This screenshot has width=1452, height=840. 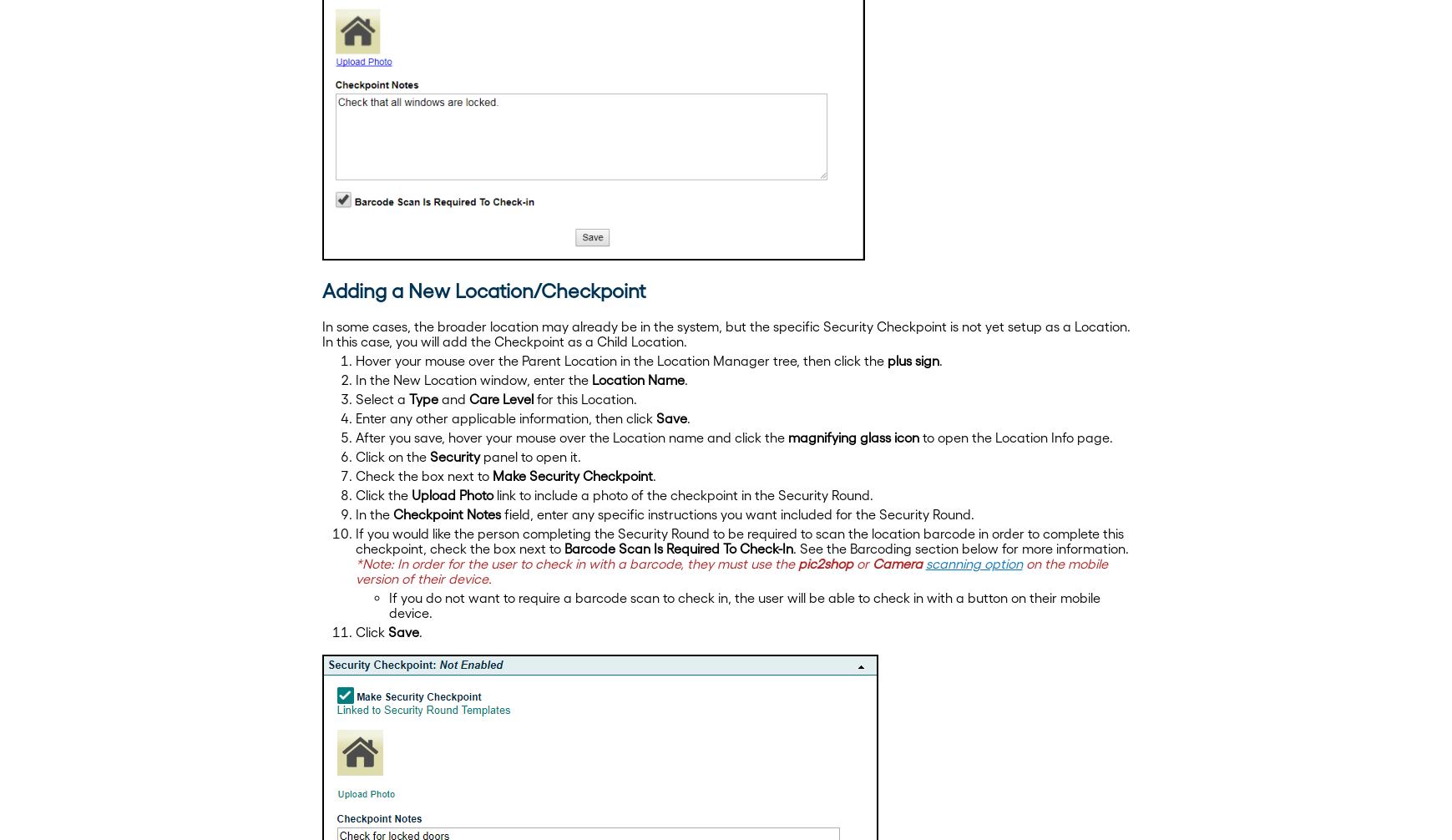 What do you see at coordinates (731, 570) in the screenshot?
I see `'on the mobile version of their device.'` at bounding box center [731, 570].